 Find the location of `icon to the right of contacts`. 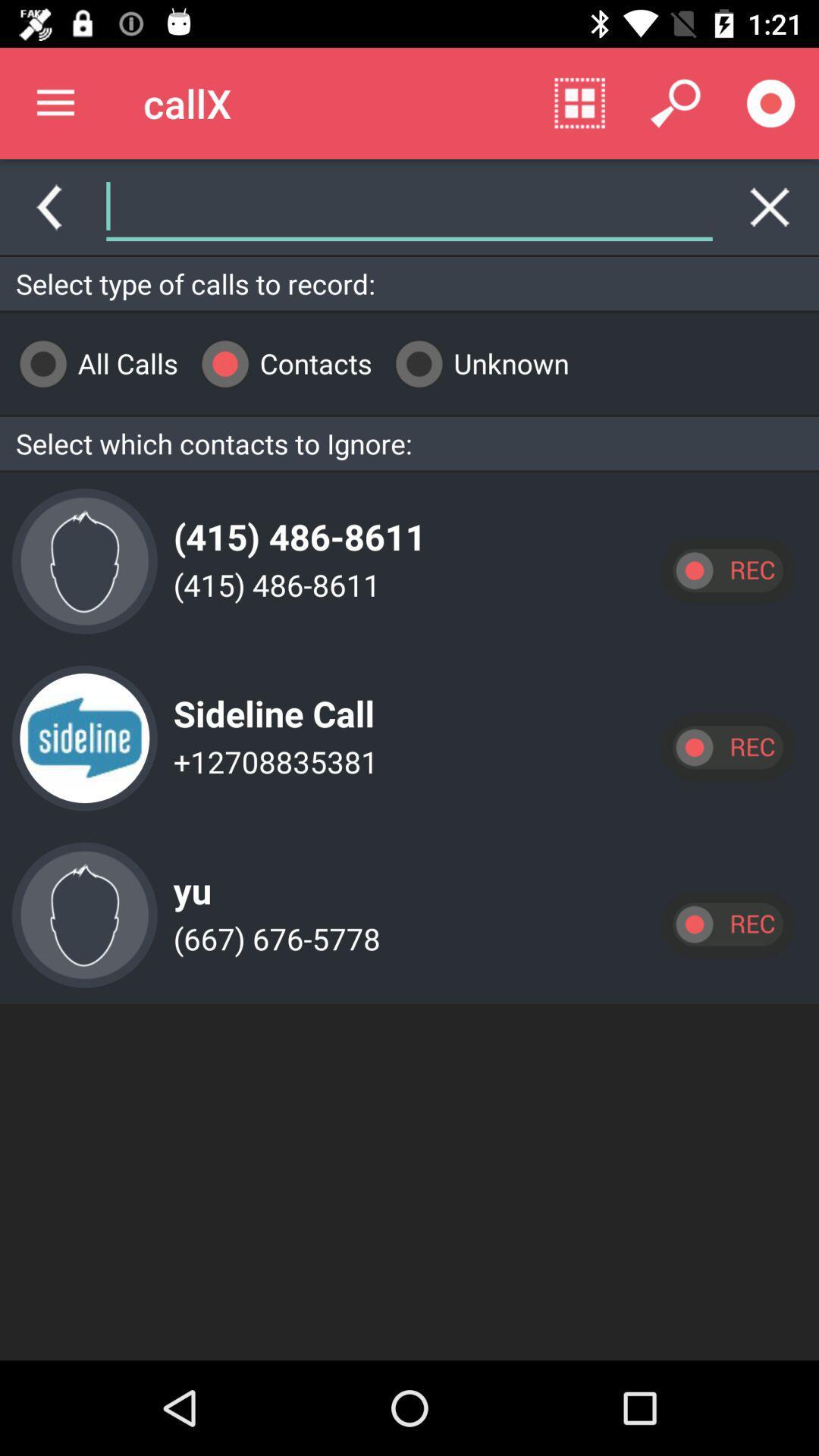

icon to the right of contacts is located at coordinates (475, 362).